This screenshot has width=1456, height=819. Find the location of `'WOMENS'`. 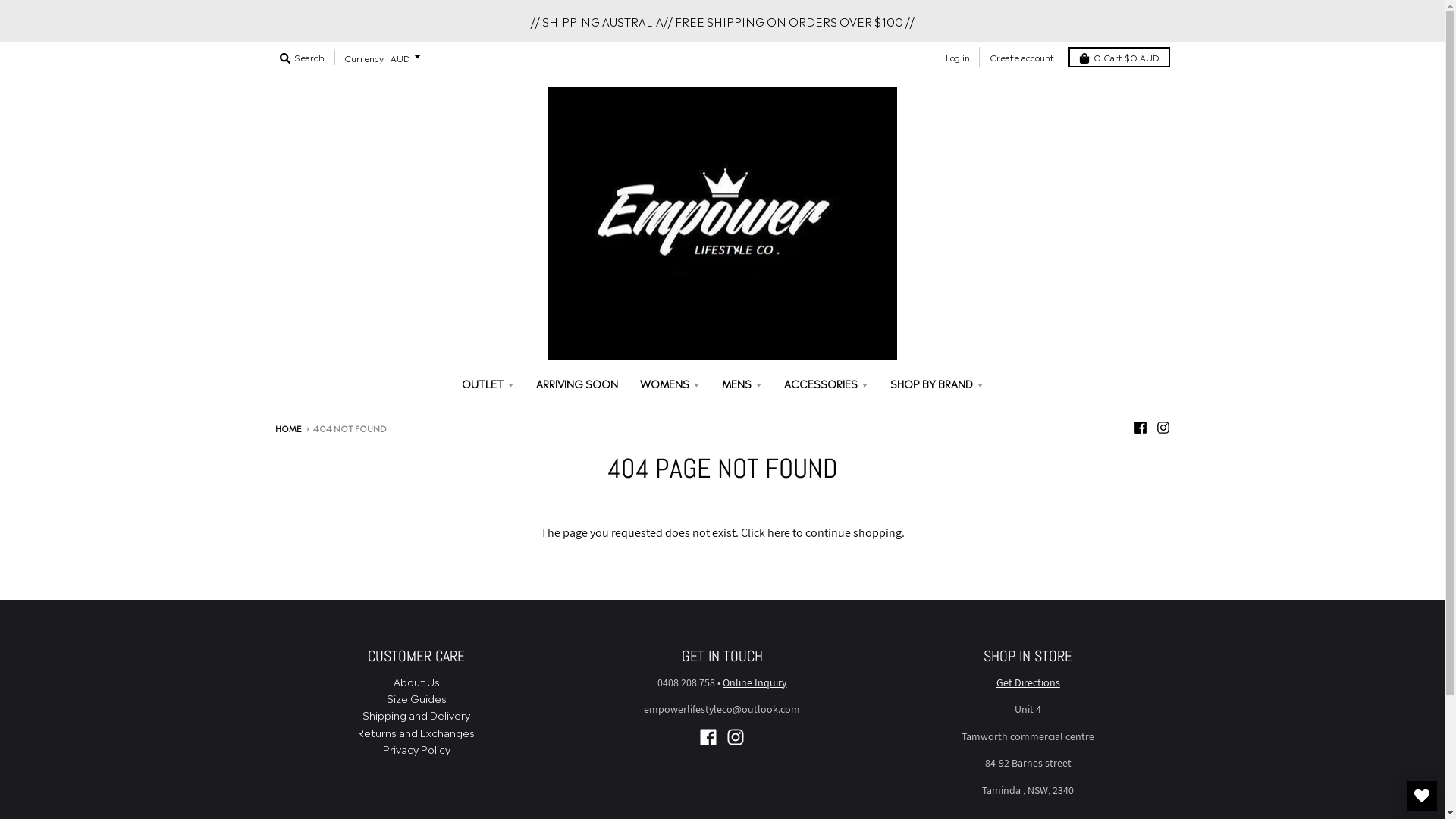

'WOMENS' is located at coordinates (668, 382).